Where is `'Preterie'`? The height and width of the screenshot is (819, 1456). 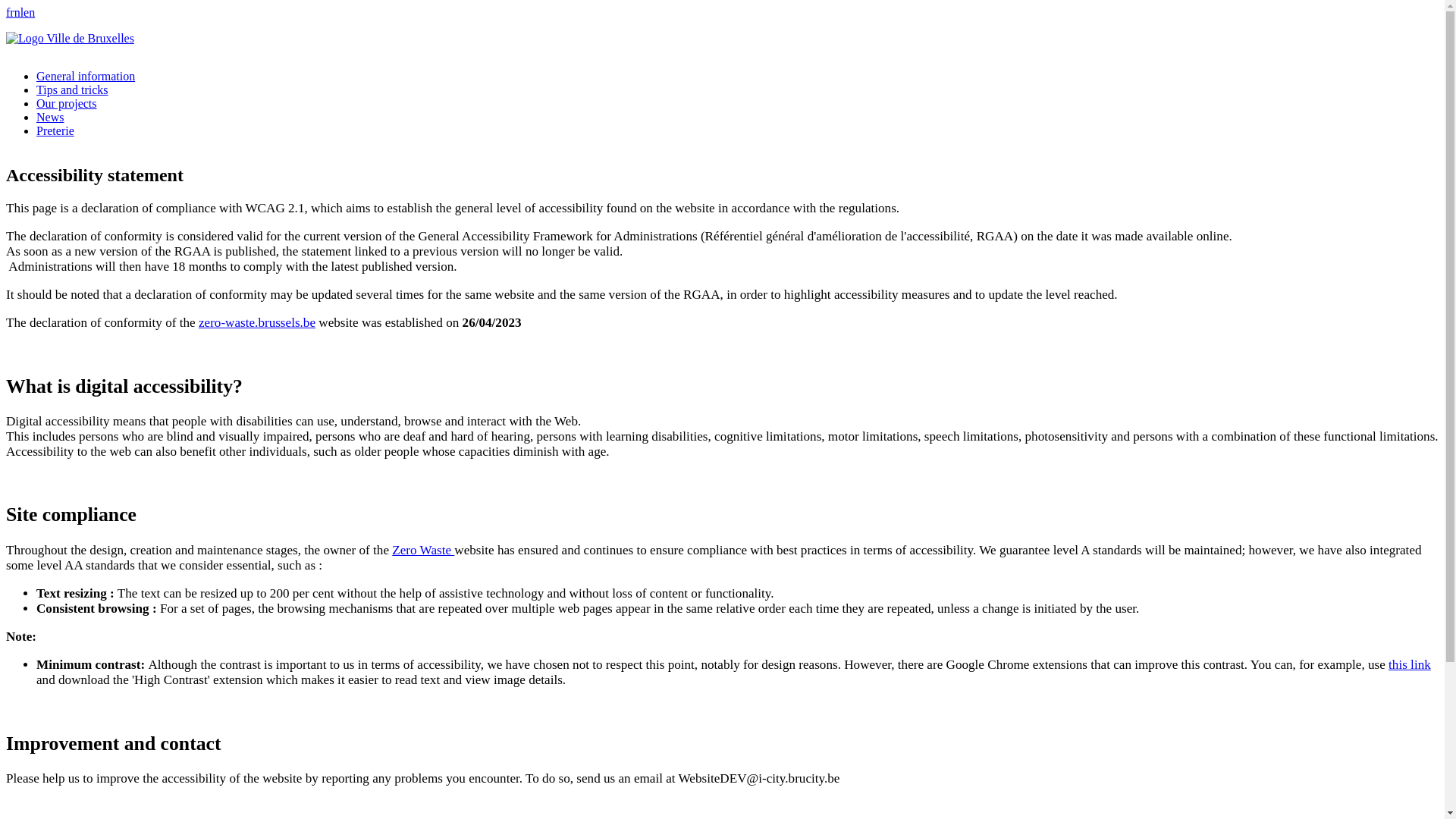
'Preterie' is located at coordinates (36, 130).